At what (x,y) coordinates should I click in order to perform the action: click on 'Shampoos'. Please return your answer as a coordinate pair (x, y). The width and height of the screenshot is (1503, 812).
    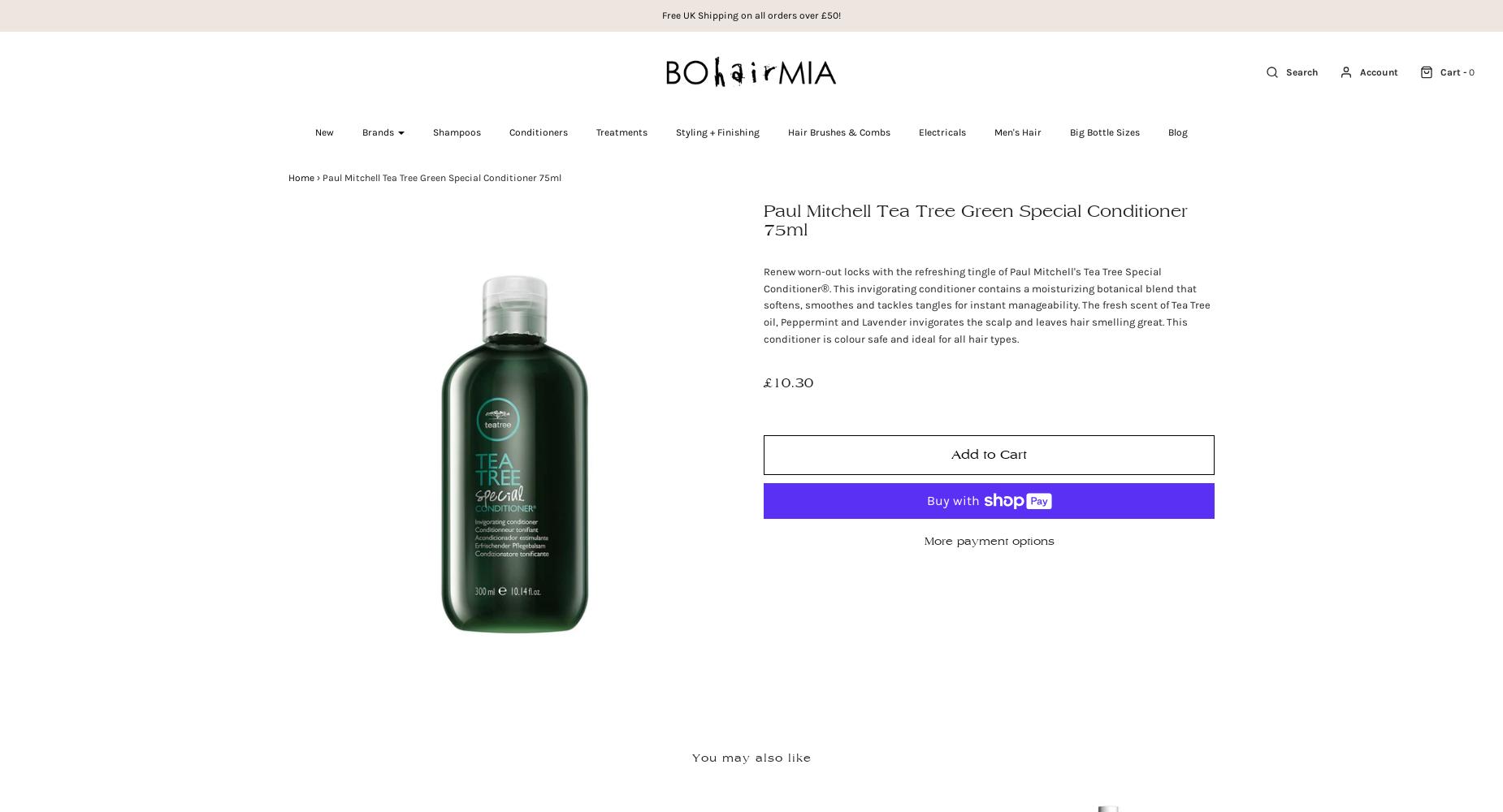
    Looking at the image, I should click on (432, 132).